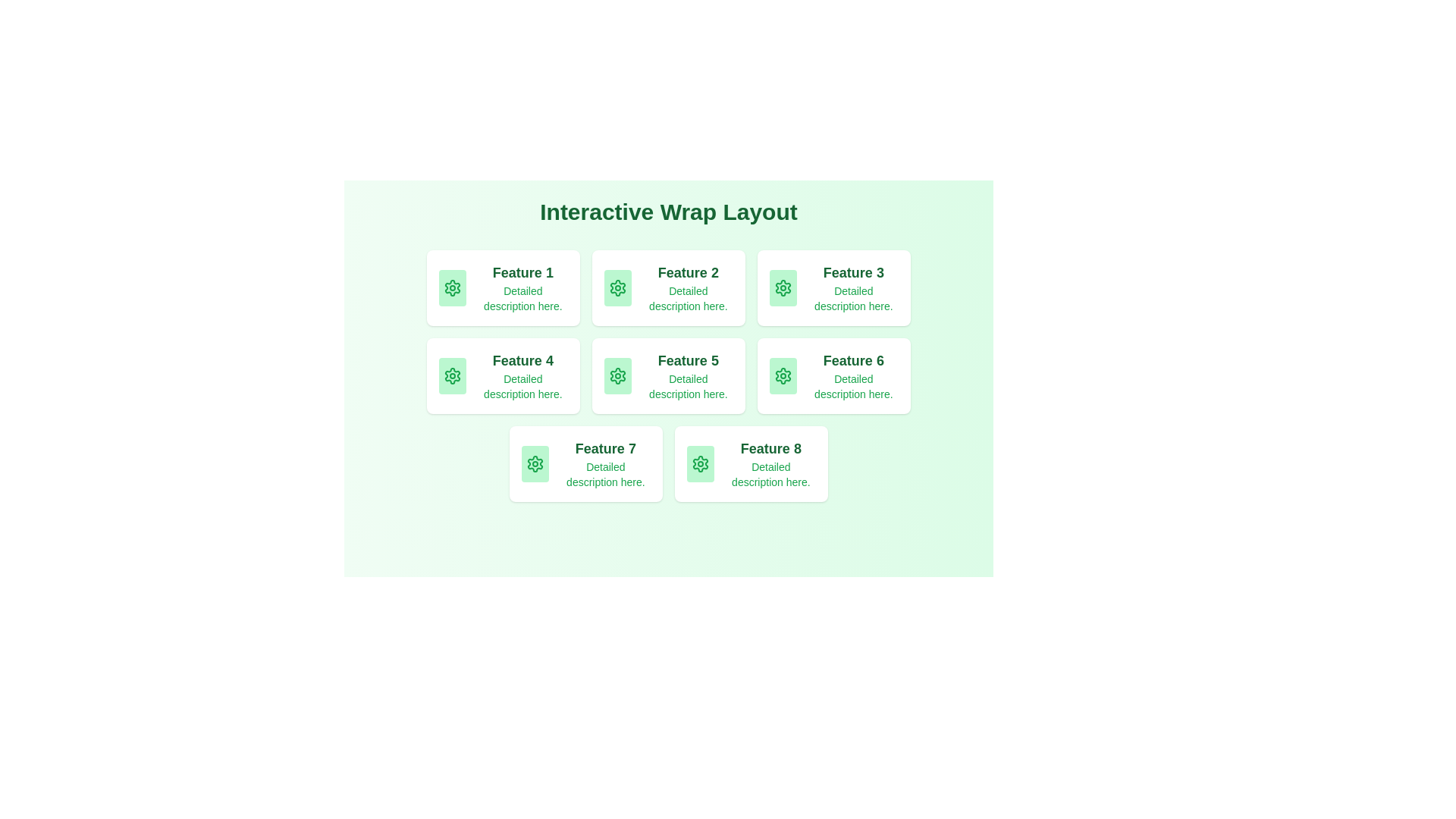 The height and width of the screenshot is (819, 1456). I want to click on the green gear icon in the fourth feature card, so click(451, 375).